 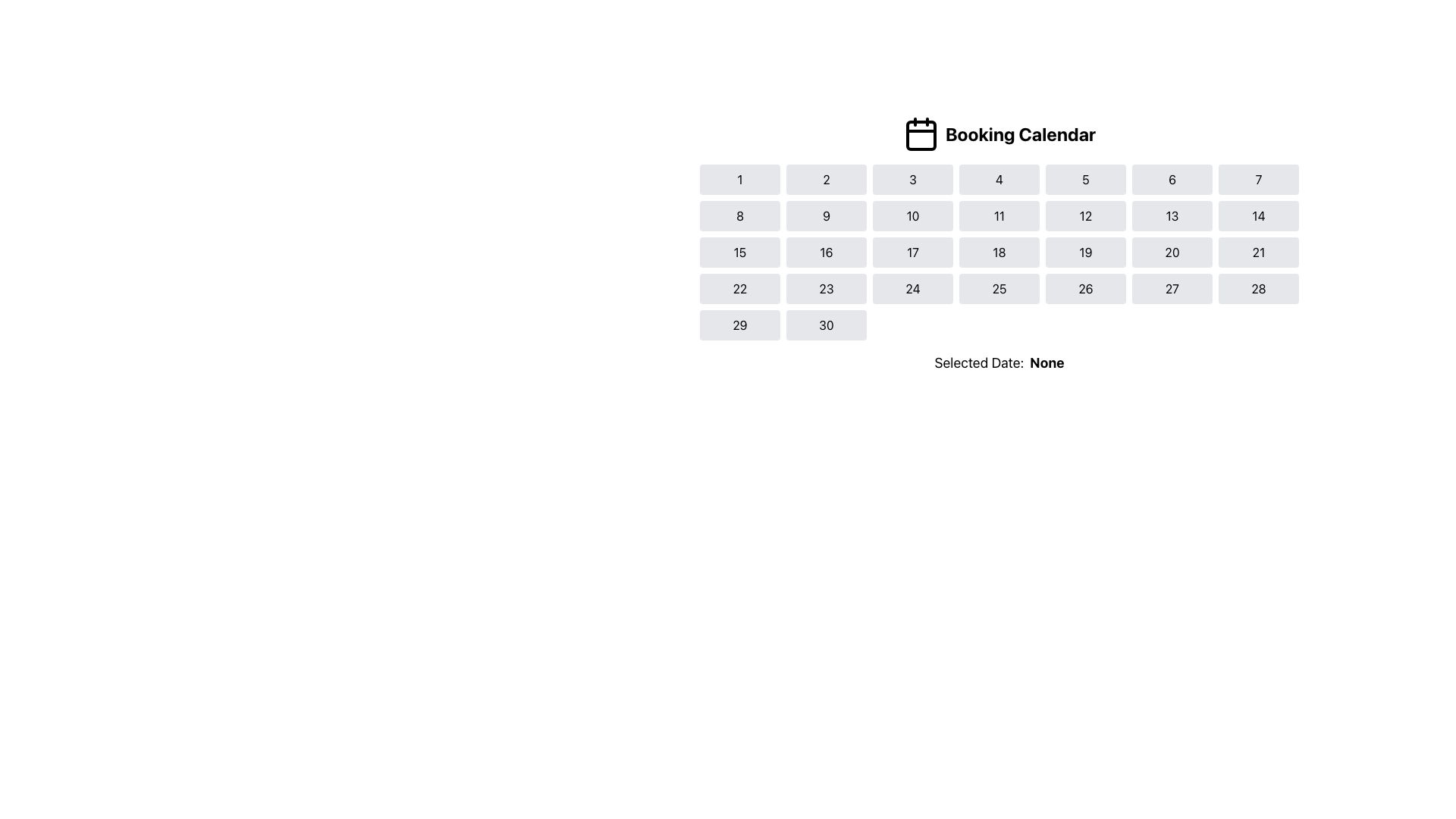 What do you see at coordinates (1084, 216) in the screenshot?
I see `the button in the second row and fifth column of the grid` at bounding box center [1084, 216].